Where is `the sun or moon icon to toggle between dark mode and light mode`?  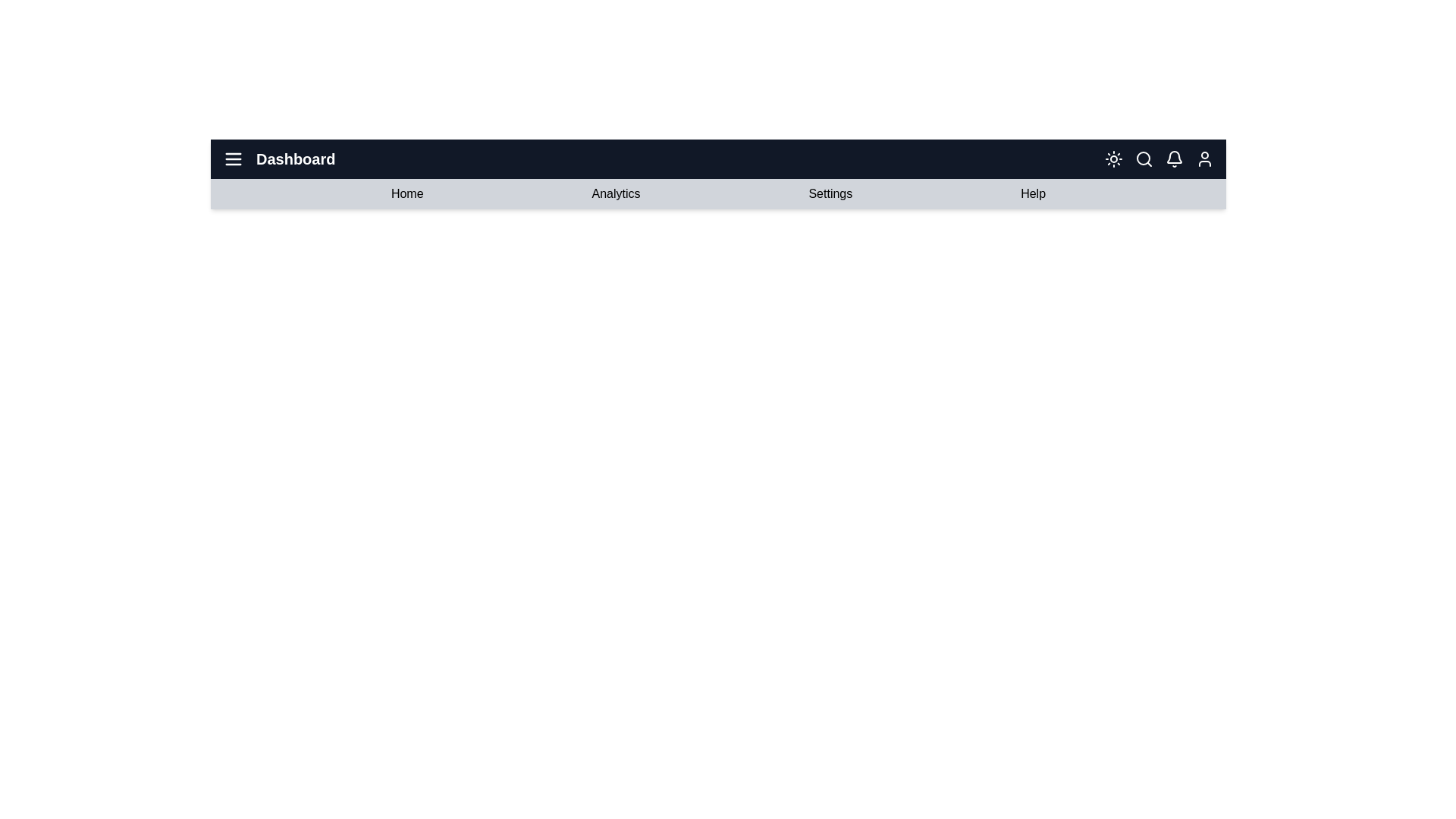 the sun or moon icon to toggle between dark mode and light mode is located at coordinates (1113, 158).